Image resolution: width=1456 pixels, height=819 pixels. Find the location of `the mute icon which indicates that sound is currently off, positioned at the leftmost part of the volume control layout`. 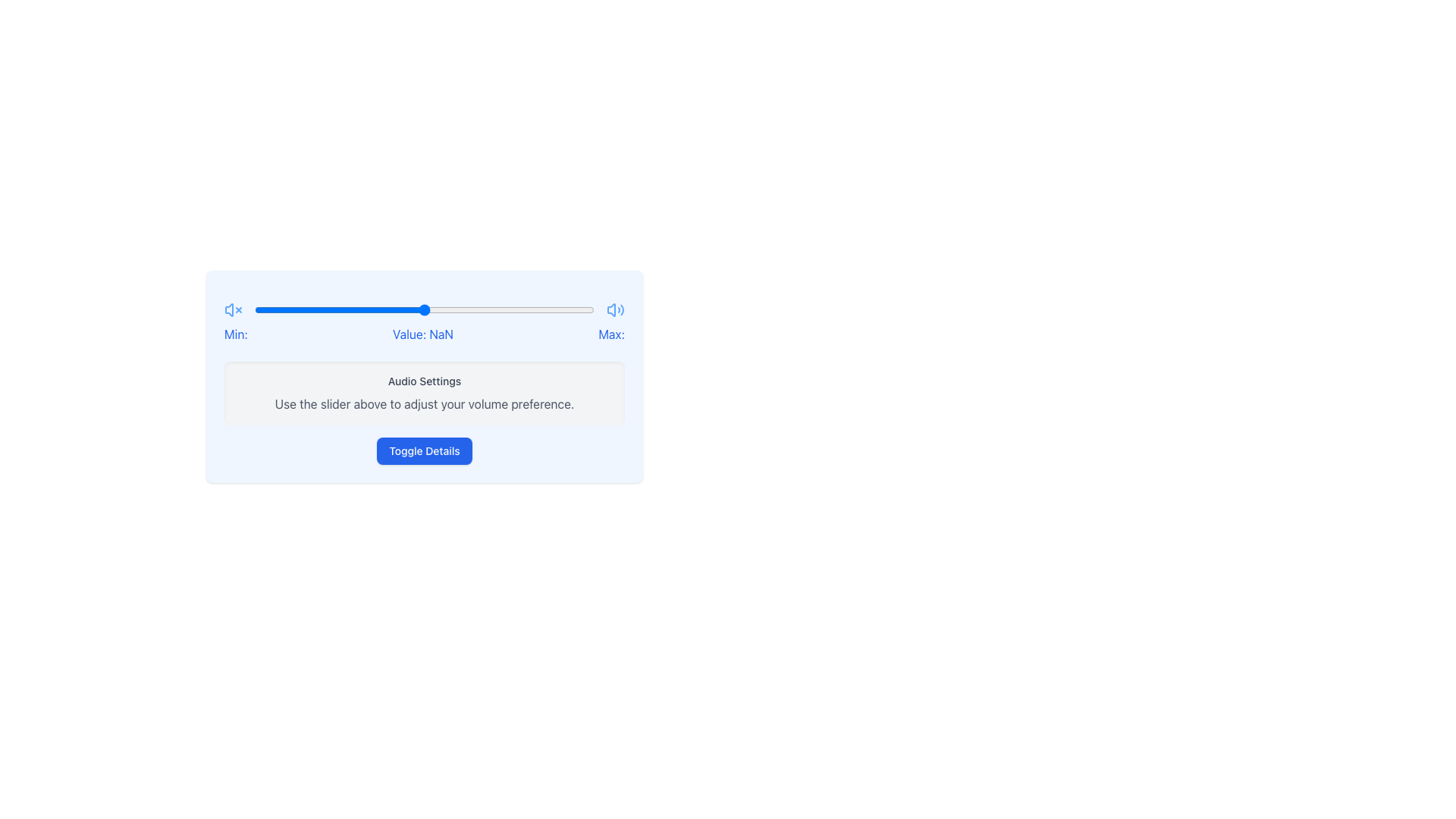

the mute icon which indicates that sound is currently off, positioned at the leftmost part of the volume control layout is located at coordinates (232, 309).